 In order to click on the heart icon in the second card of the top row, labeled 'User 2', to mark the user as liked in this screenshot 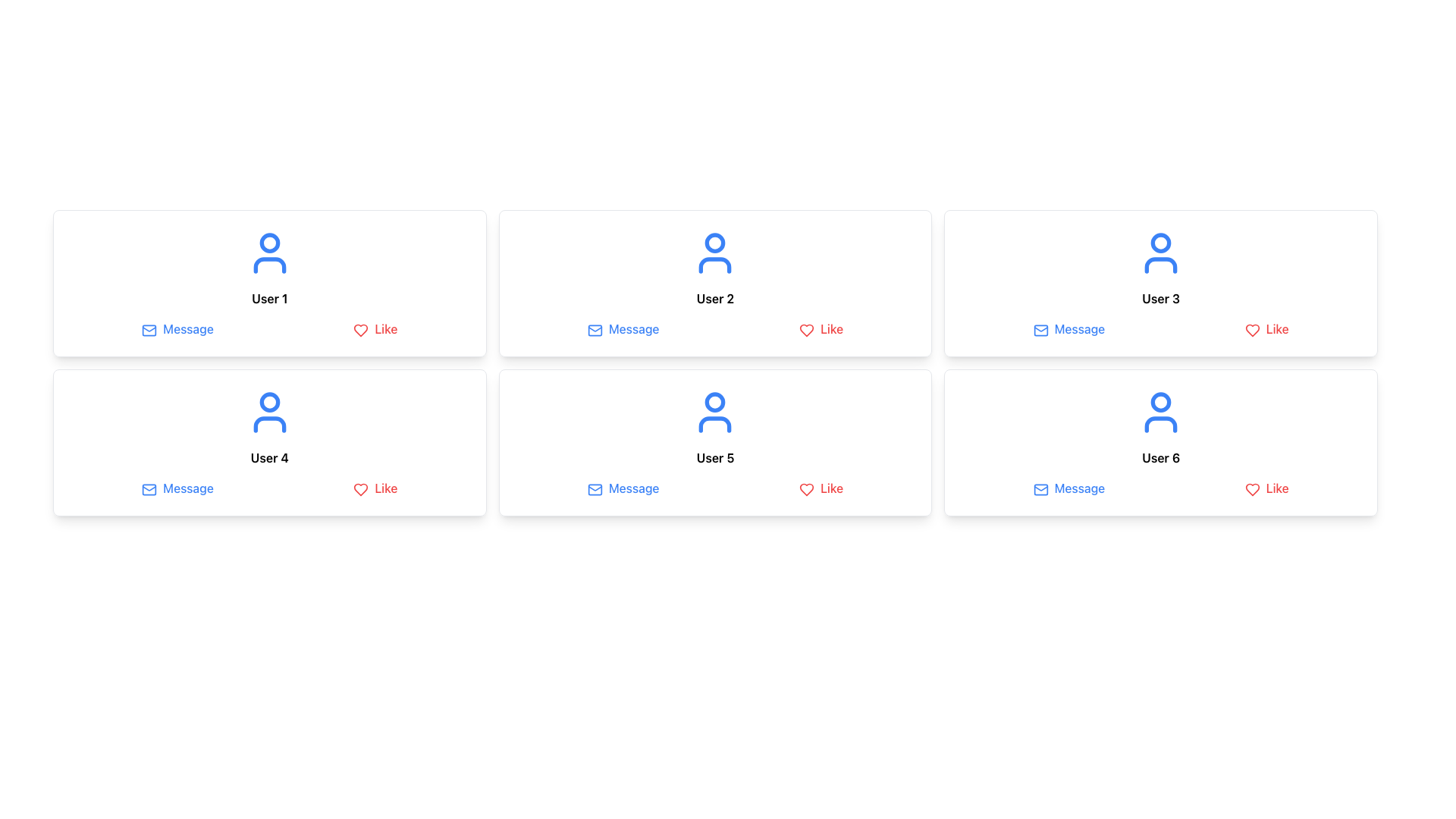, I will do `click(806, 329)`.